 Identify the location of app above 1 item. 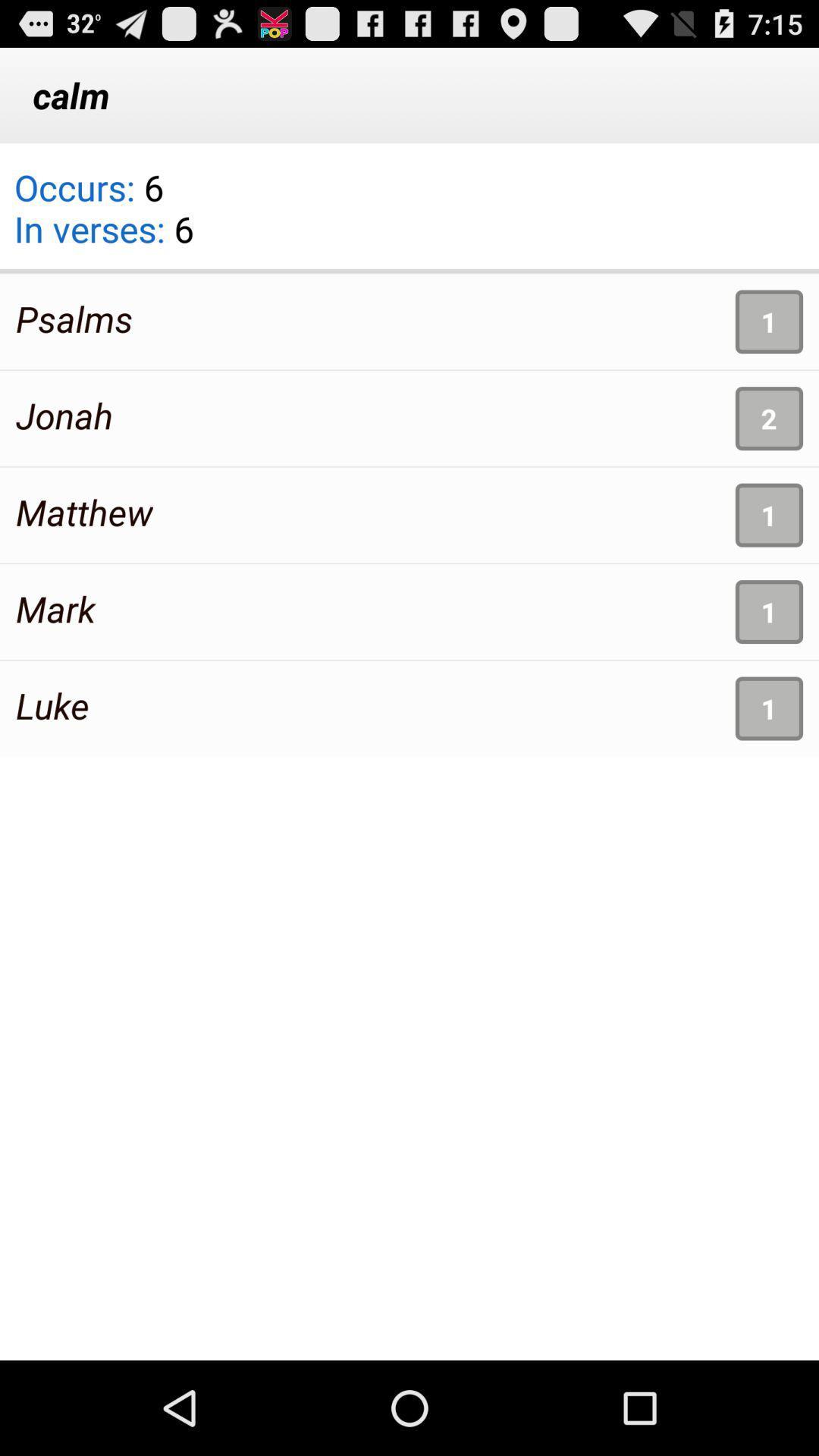
(409, 271).